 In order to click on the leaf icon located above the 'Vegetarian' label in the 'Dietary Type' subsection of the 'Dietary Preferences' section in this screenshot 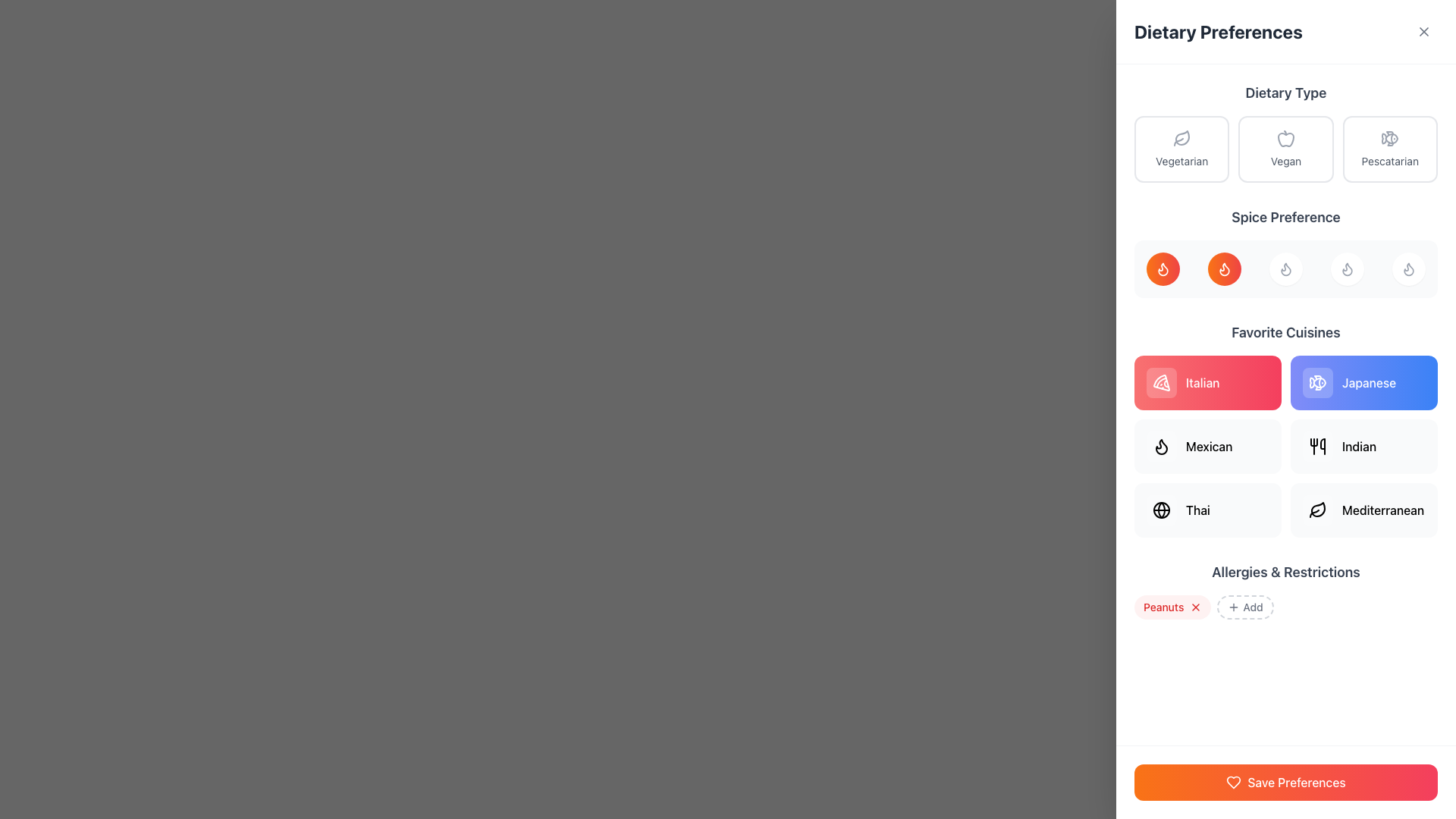, I will do `click(1181, 138)`.